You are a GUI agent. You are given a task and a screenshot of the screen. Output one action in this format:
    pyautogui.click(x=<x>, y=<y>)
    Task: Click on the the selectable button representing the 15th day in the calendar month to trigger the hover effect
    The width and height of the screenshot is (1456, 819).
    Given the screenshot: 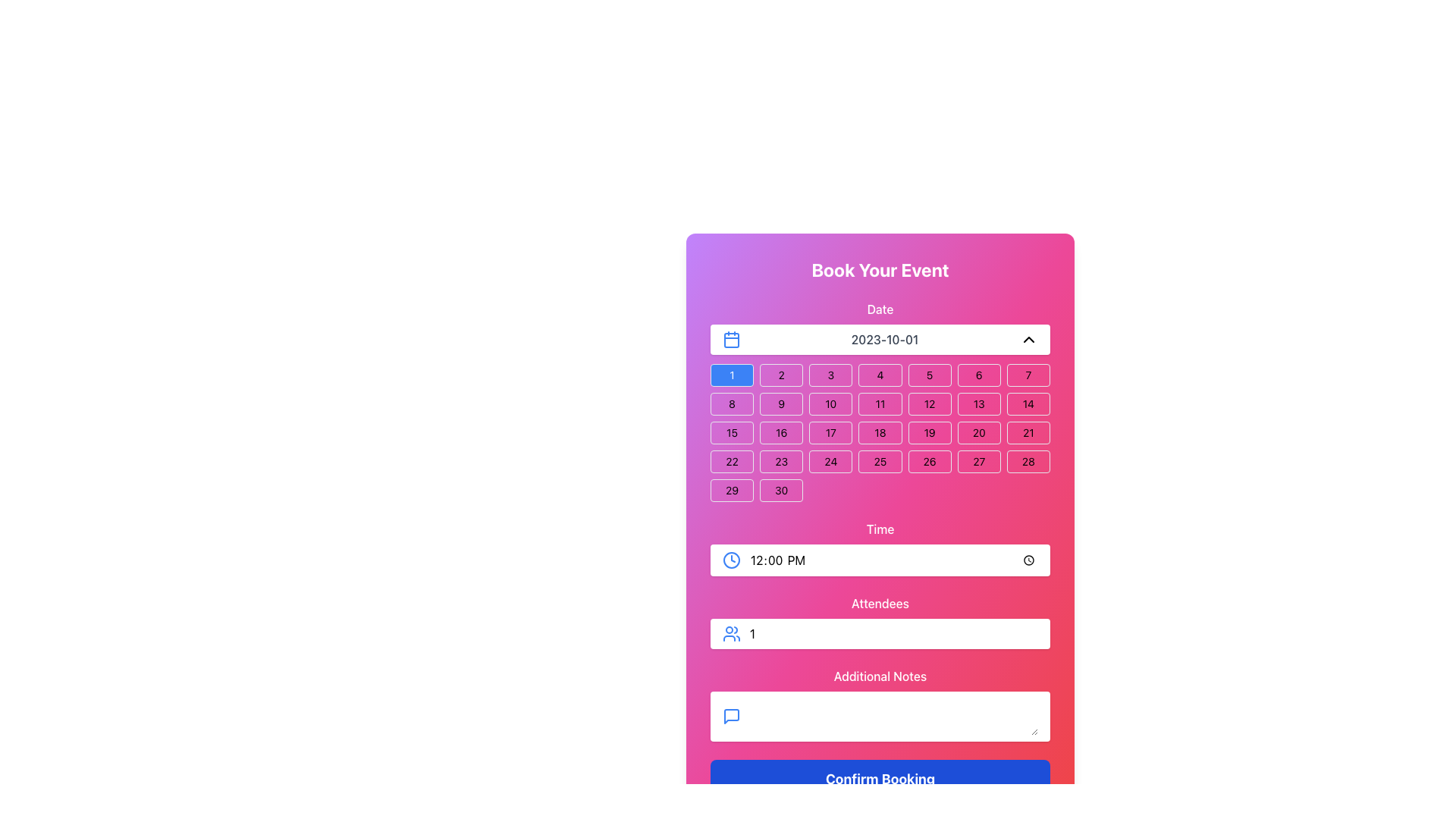 What is the action you would take?
    pyautogui.click(x=732, y=432)
    